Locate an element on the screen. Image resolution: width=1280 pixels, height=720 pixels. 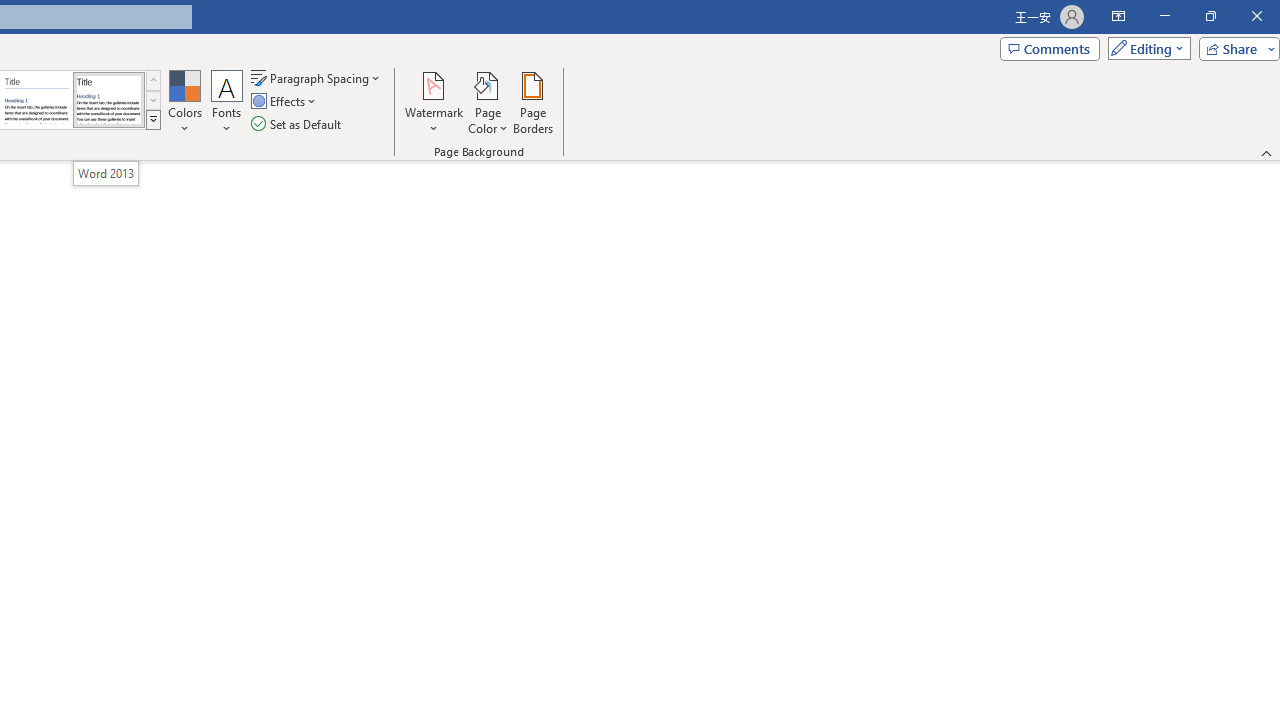
'Editing' is located at coordinates (1144, 47).